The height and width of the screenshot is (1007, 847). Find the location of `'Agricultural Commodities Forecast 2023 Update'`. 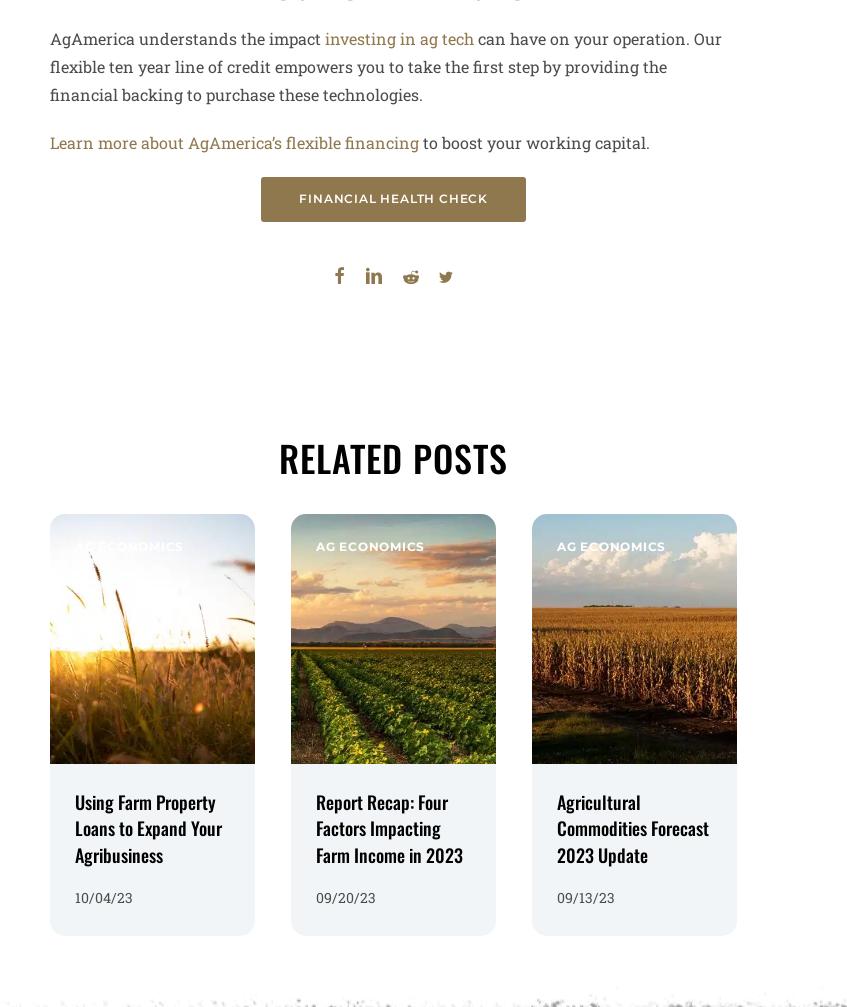

'Agricultural Commodities Forecast 2023 Update' is located at coordinates (631, 820).